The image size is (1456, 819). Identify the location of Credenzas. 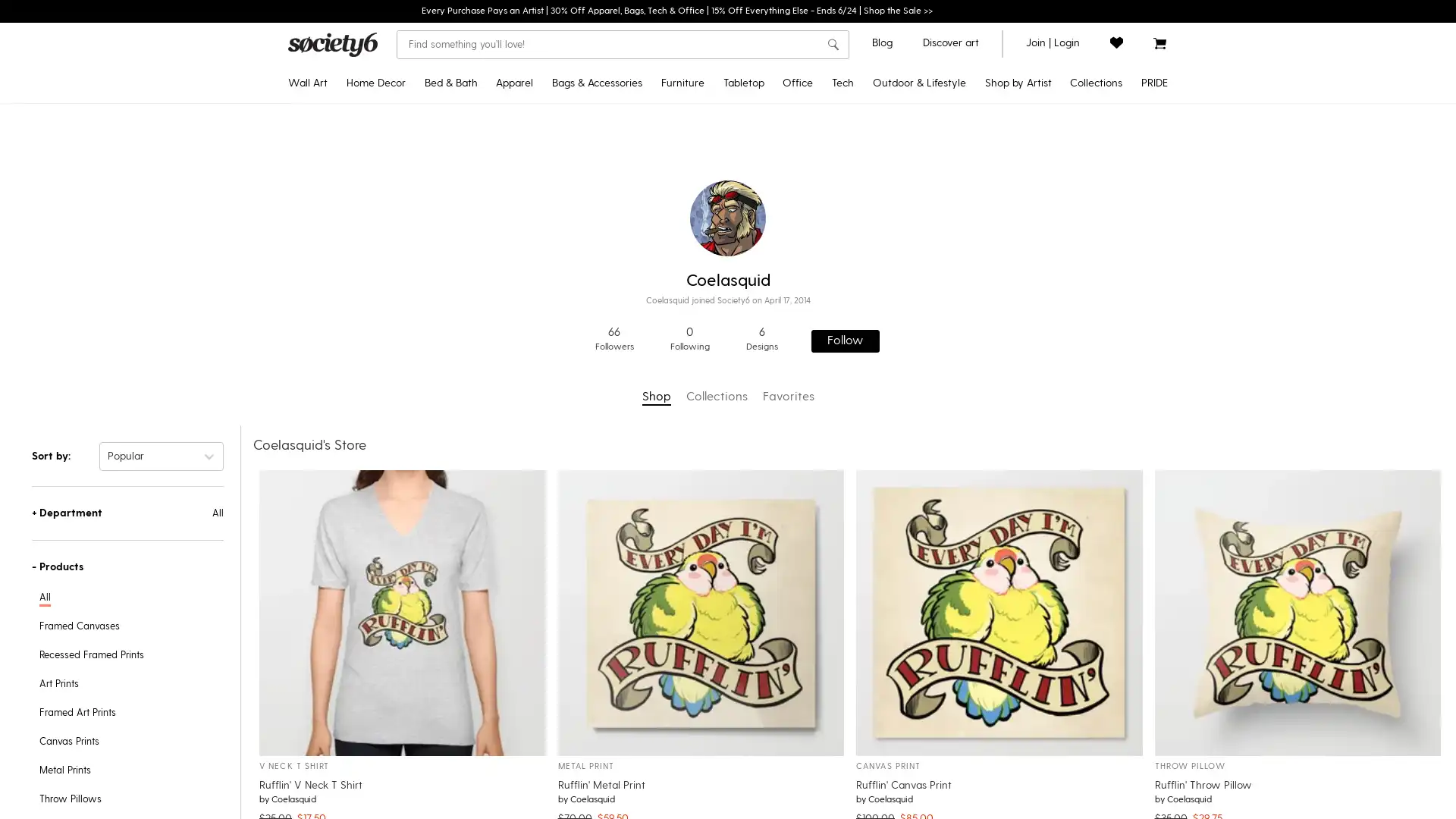
(708, 121).